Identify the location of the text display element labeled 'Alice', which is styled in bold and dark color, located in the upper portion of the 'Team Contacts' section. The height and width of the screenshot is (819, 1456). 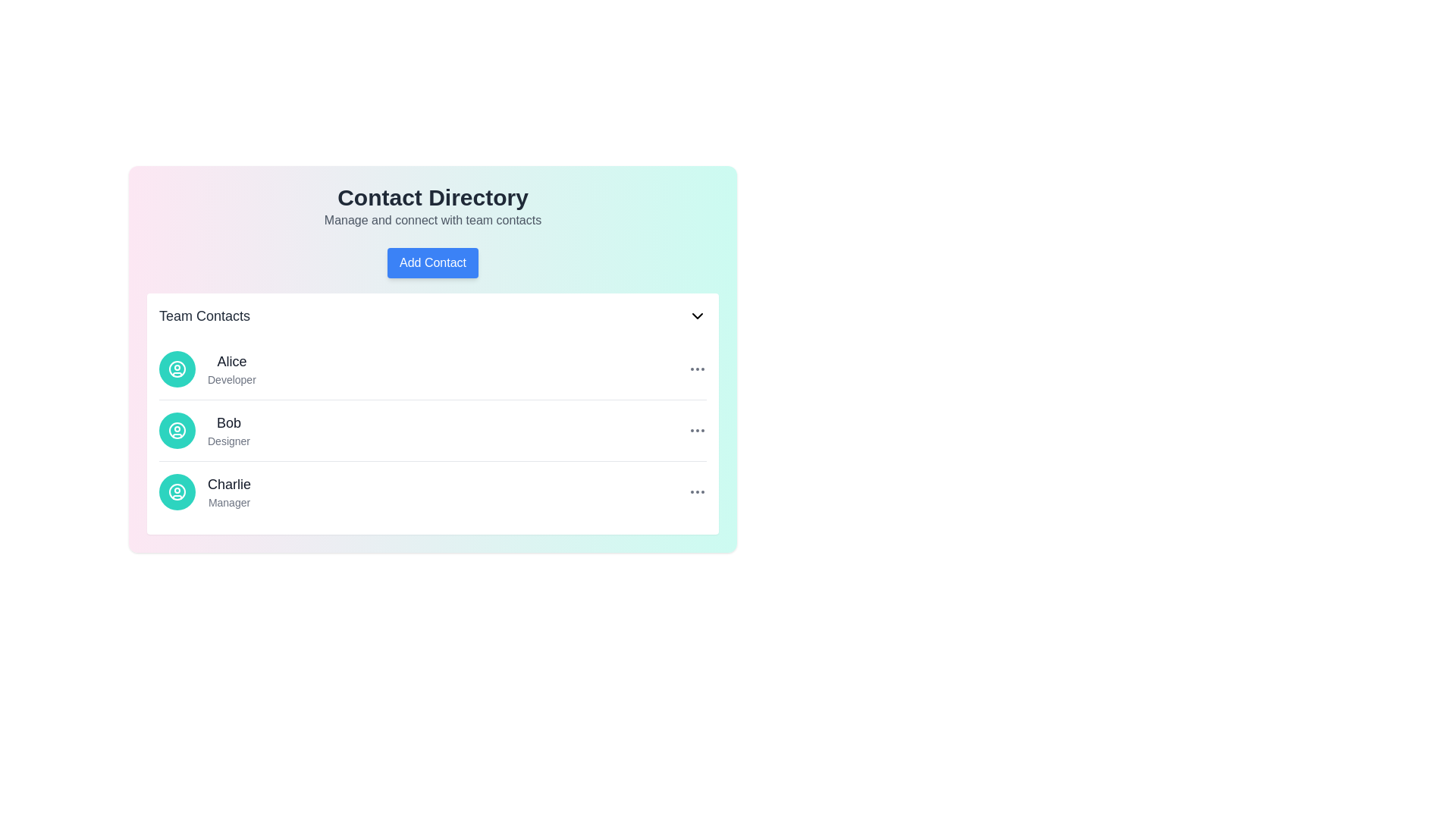
(231, 362).